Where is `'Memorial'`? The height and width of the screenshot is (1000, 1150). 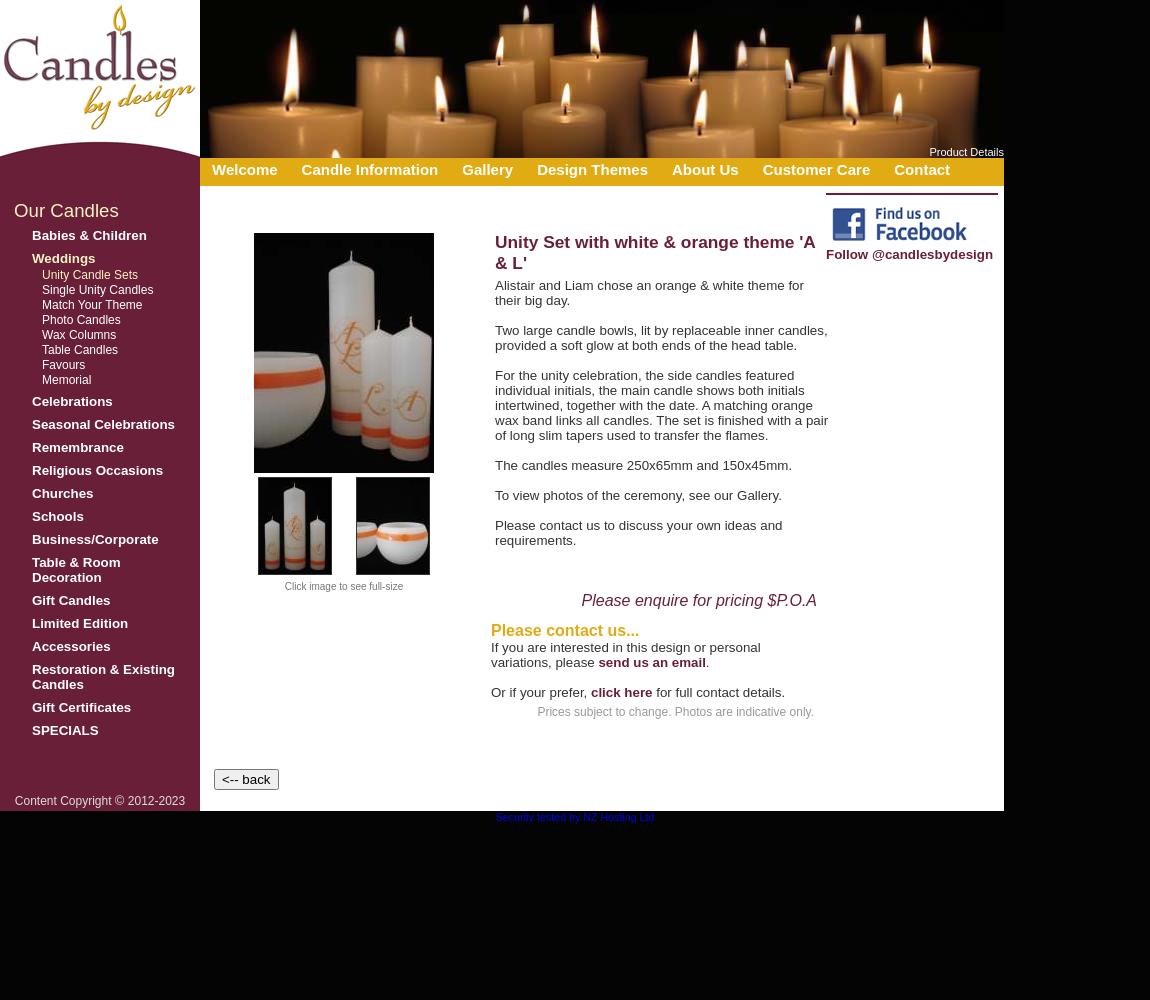 'Memorial' is located at coordinates (40, 380).